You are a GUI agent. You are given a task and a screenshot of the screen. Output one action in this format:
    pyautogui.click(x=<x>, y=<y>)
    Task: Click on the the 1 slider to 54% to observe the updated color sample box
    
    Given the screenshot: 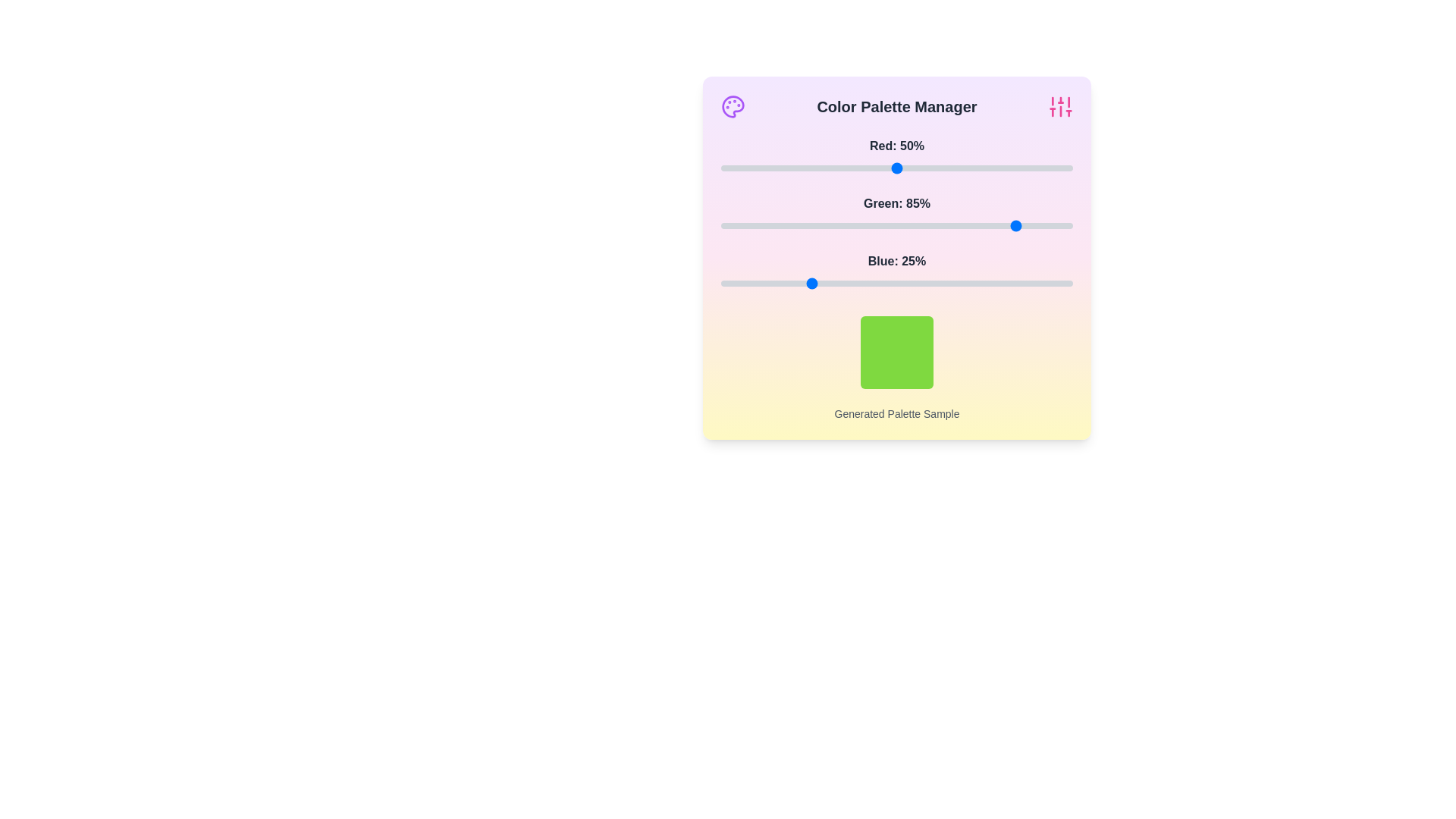 What is the action you would take?
    pyautogui.click(x=910, y=225)
    